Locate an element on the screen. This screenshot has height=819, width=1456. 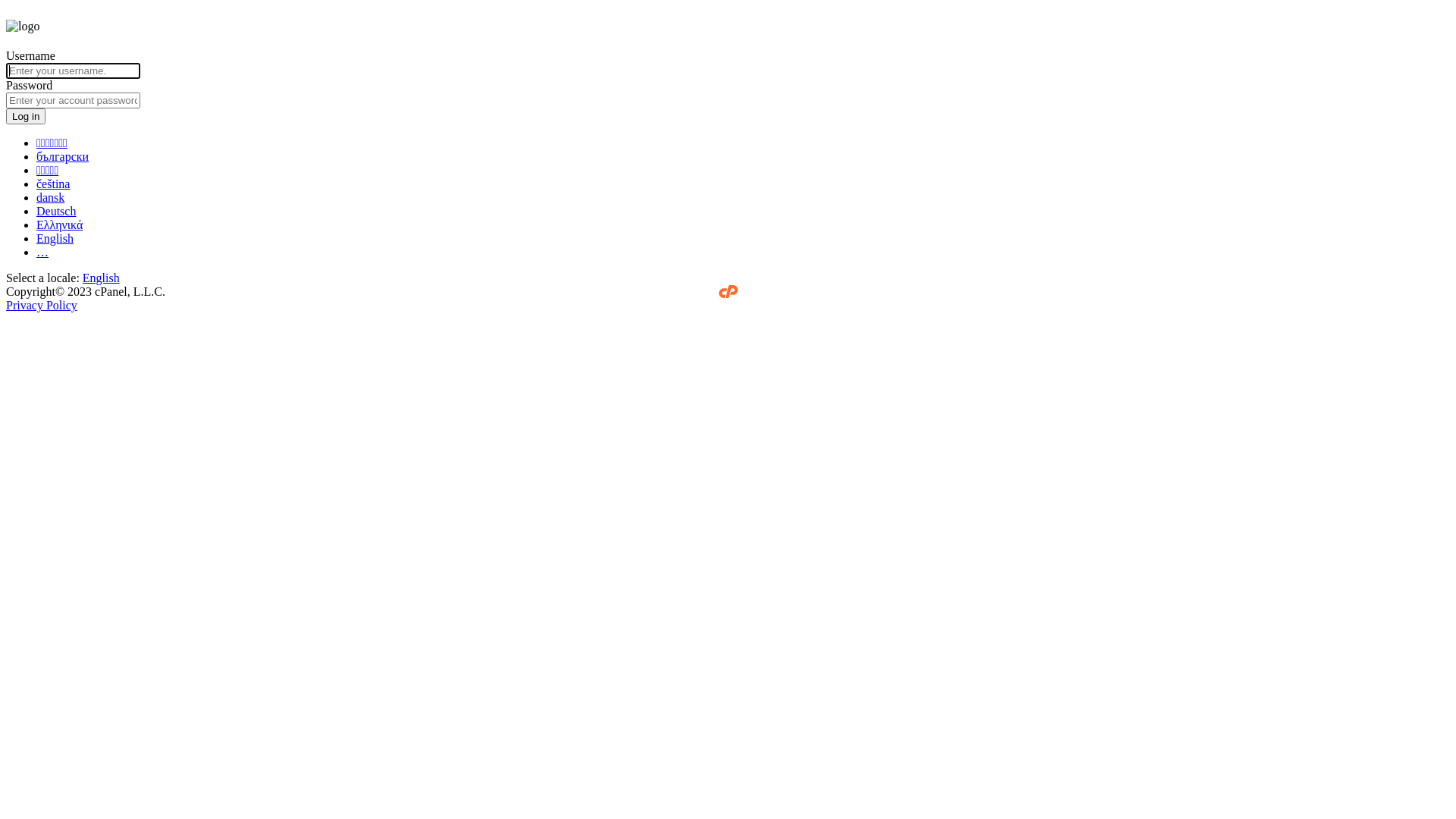
'Deutsch' is located at coordinates (36, 211).